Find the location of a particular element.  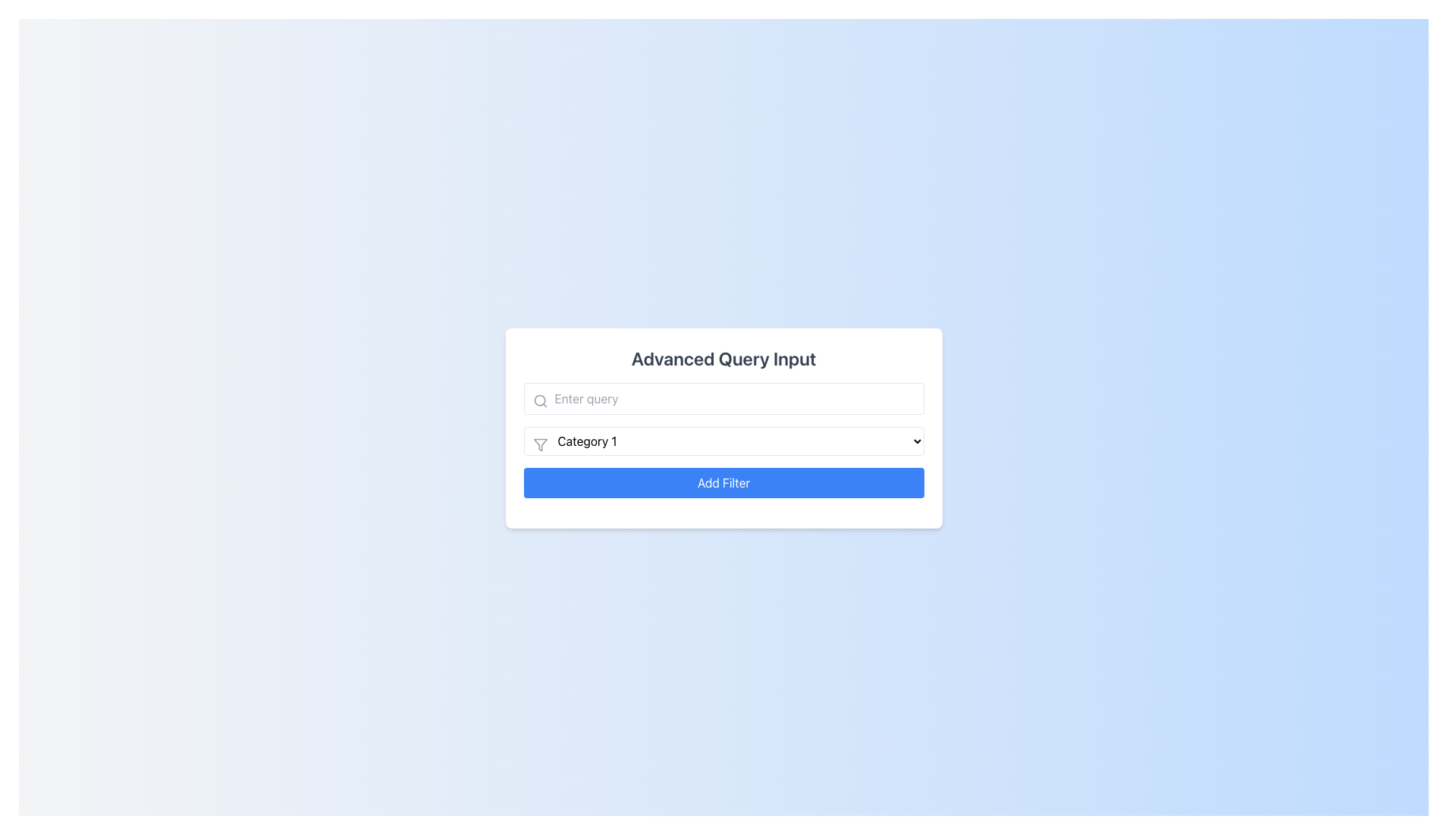

the filtering icon located in the dropdown area of the 'Category 1' selection, which signifies the filtering operation in the interface is located at coordinates (540, 444).